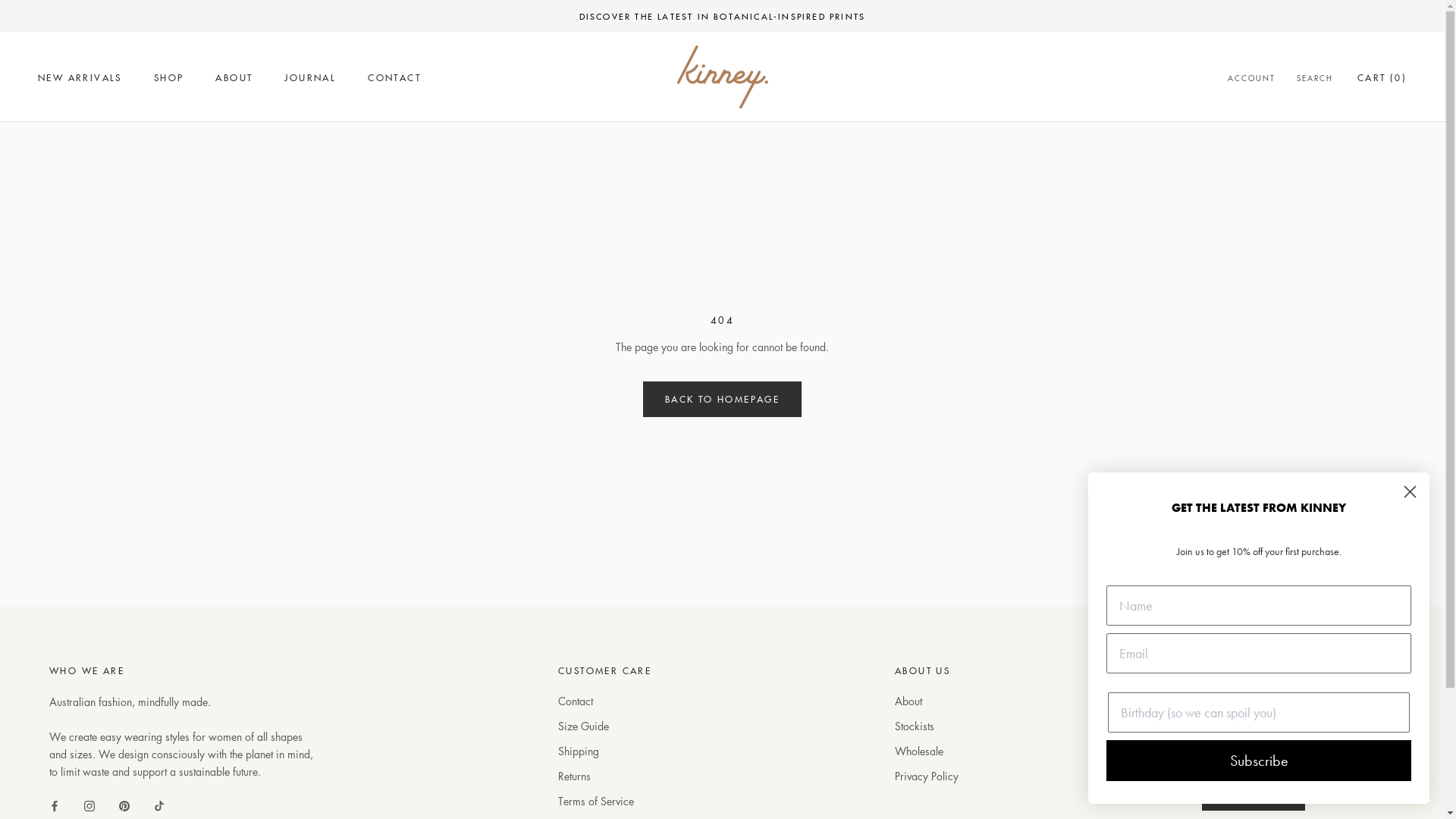 The height and width of the screenshot is (819, 1456). Describe the element at coordinates (394, 77) in the screenshot. I see `'CONTACT` at that location.